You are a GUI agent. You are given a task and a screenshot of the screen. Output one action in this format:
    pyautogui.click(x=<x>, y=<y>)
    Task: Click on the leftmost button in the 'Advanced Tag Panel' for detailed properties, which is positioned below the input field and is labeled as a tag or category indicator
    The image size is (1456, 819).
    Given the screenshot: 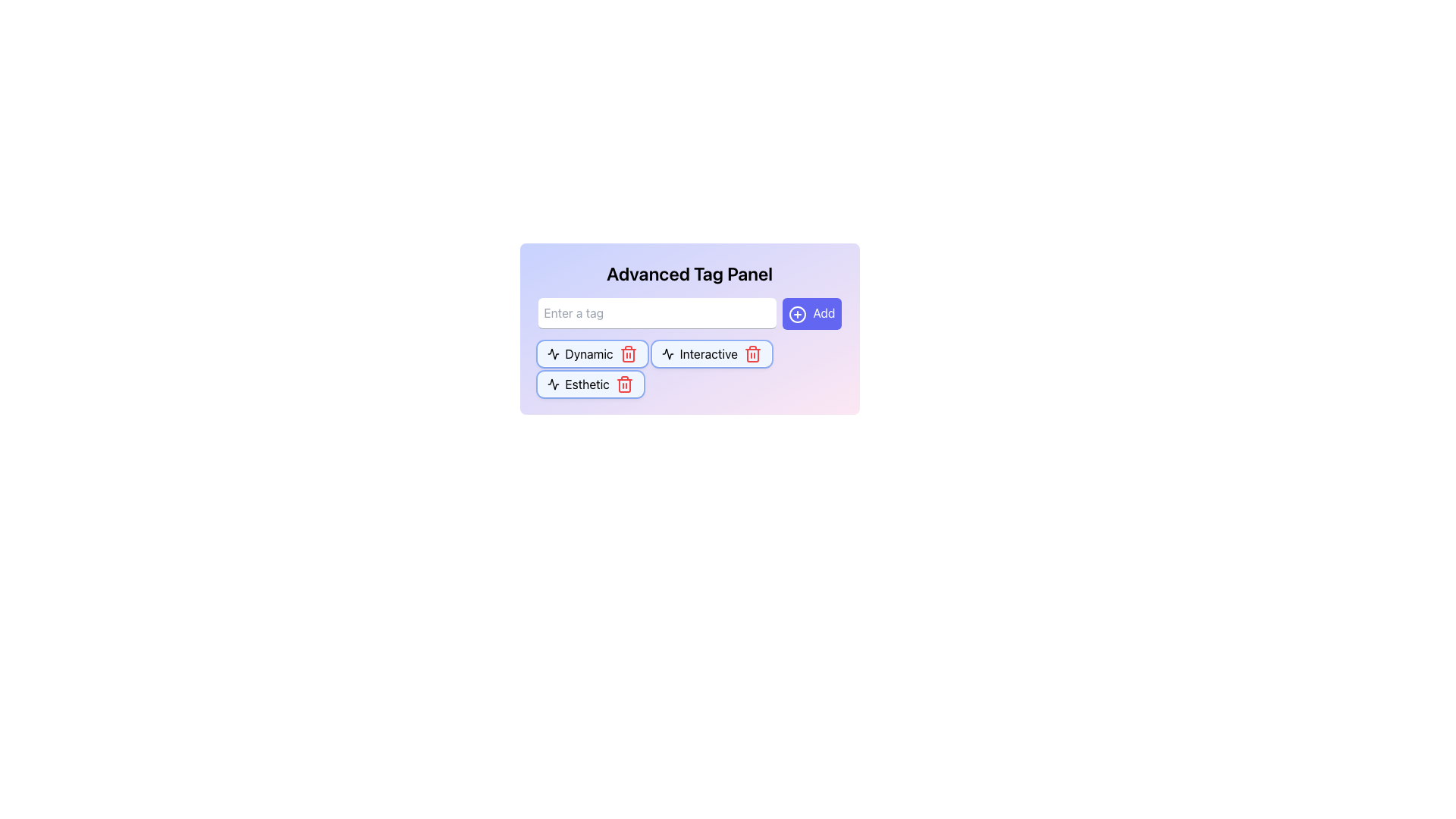 What is the action you would take?
    pyautogui.click(x=591, y=353)
    